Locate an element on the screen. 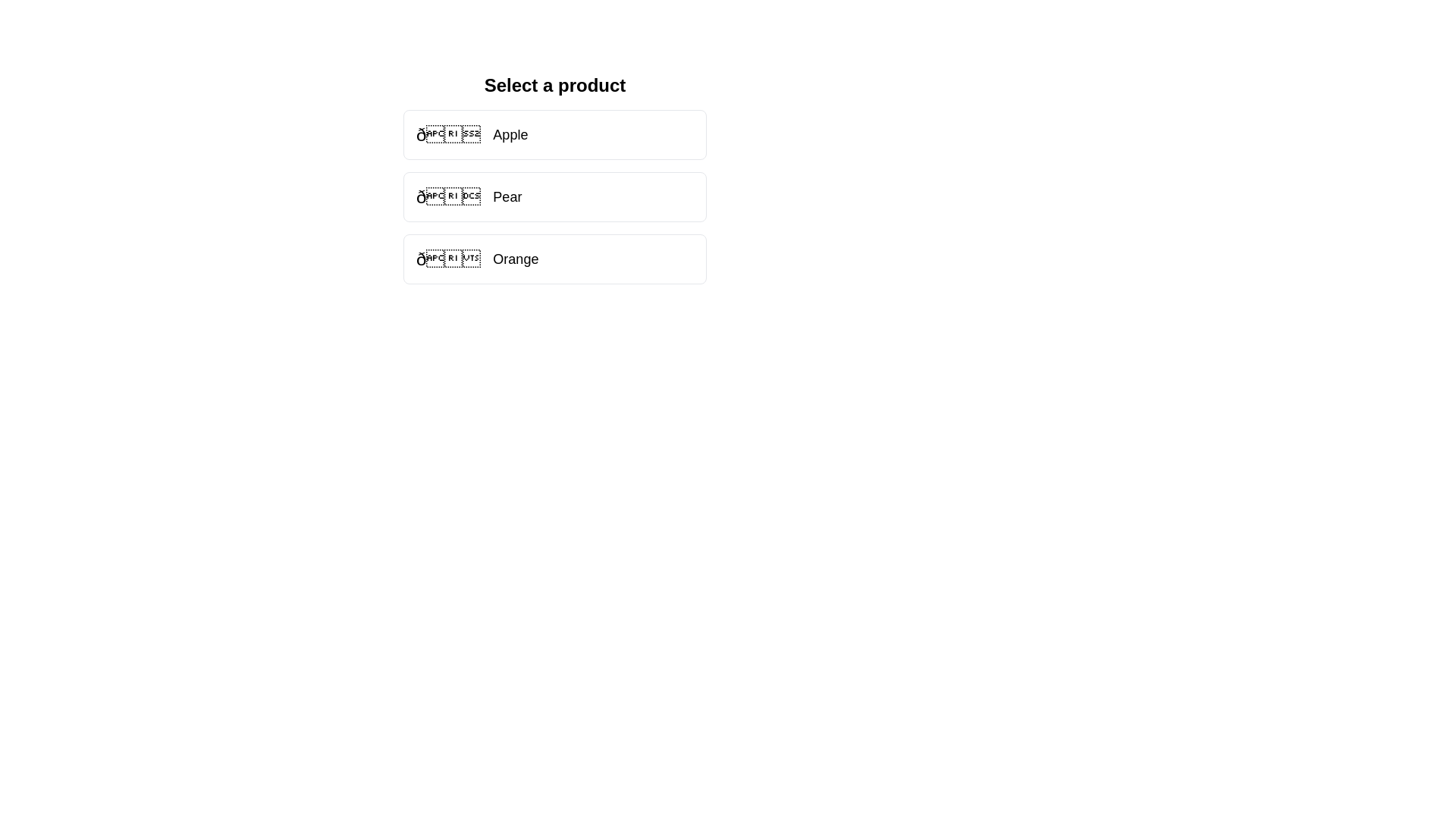 Image resolution: width=1456 pixels, height=819 pixels. label displaying the word 'Apple' which is a medium-sized bold text aligned horizontally and located to the right of the apple emoji in the first entry of the vertical product list is located at coordinates (510, 133).